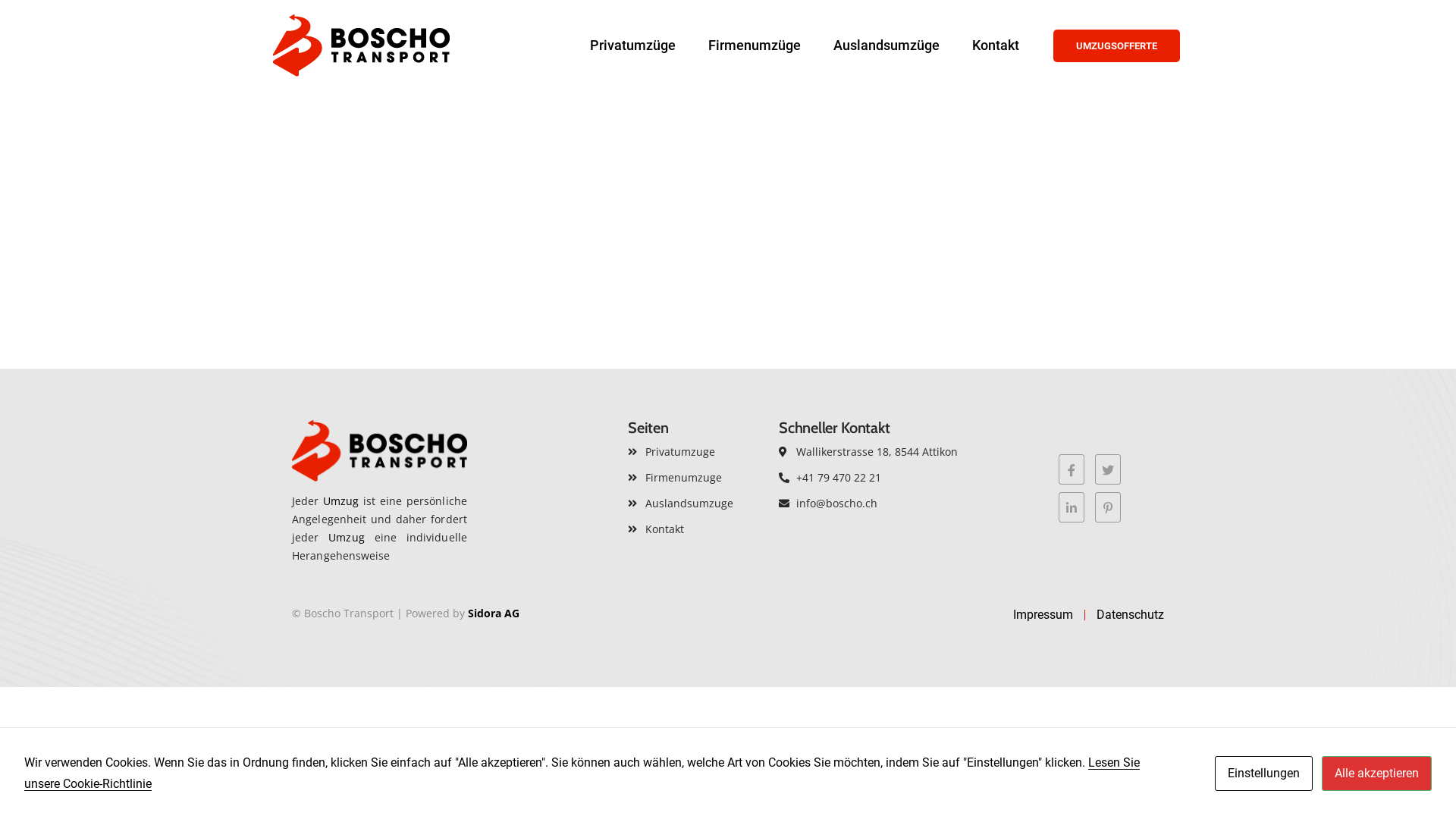 Image resolution: width=1456 pixels, height=819 pixels. What do you see at coordinates (695, 529) in the screenshot?
I see `'Kontakt'` at bounding box center [695, 529].